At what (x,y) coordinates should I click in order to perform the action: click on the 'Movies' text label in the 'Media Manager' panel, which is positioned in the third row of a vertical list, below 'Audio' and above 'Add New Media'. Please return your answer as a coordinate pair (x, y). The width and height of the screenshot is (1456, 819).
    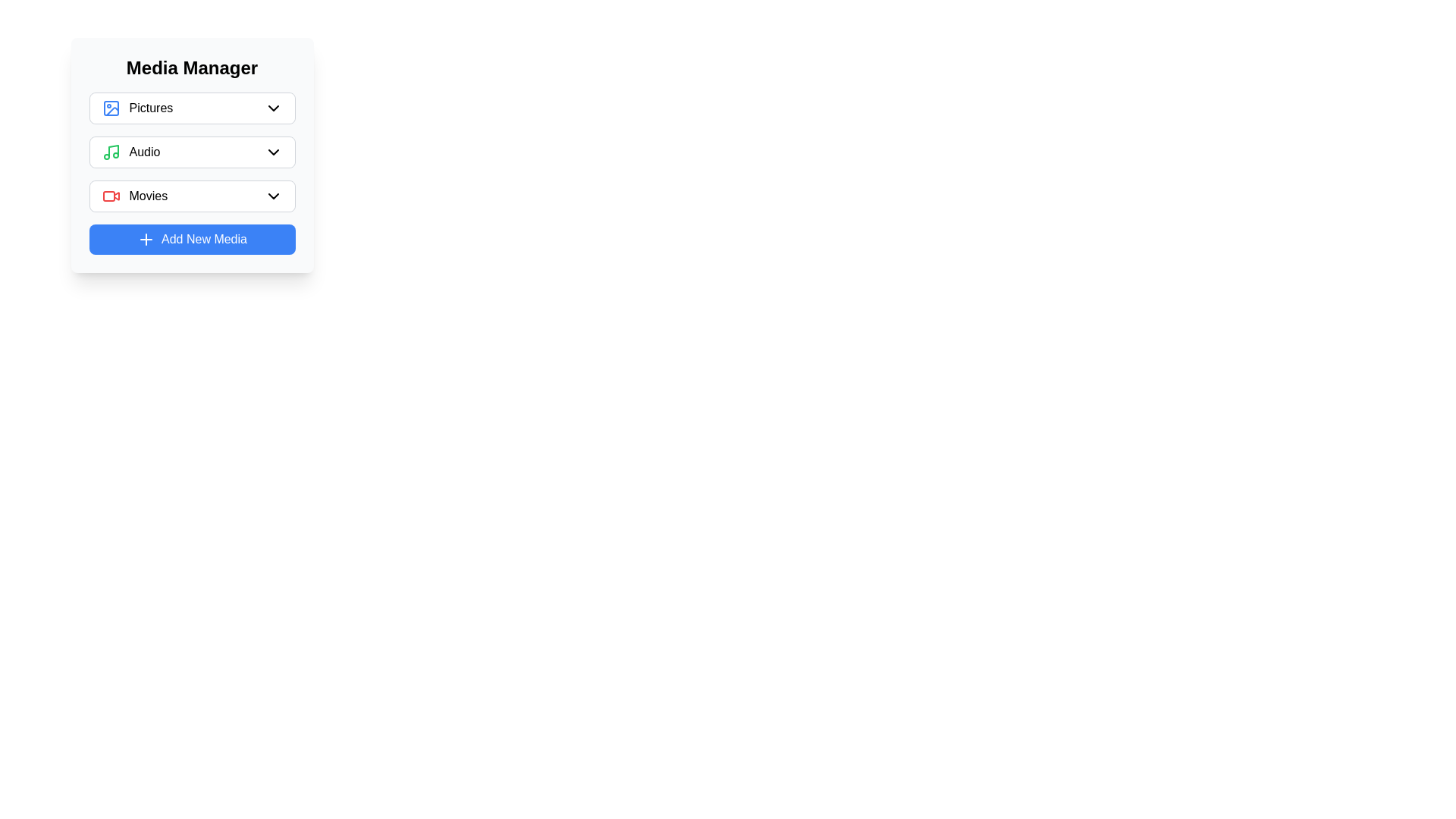
    Looking at the image, I should click on (148, 195).